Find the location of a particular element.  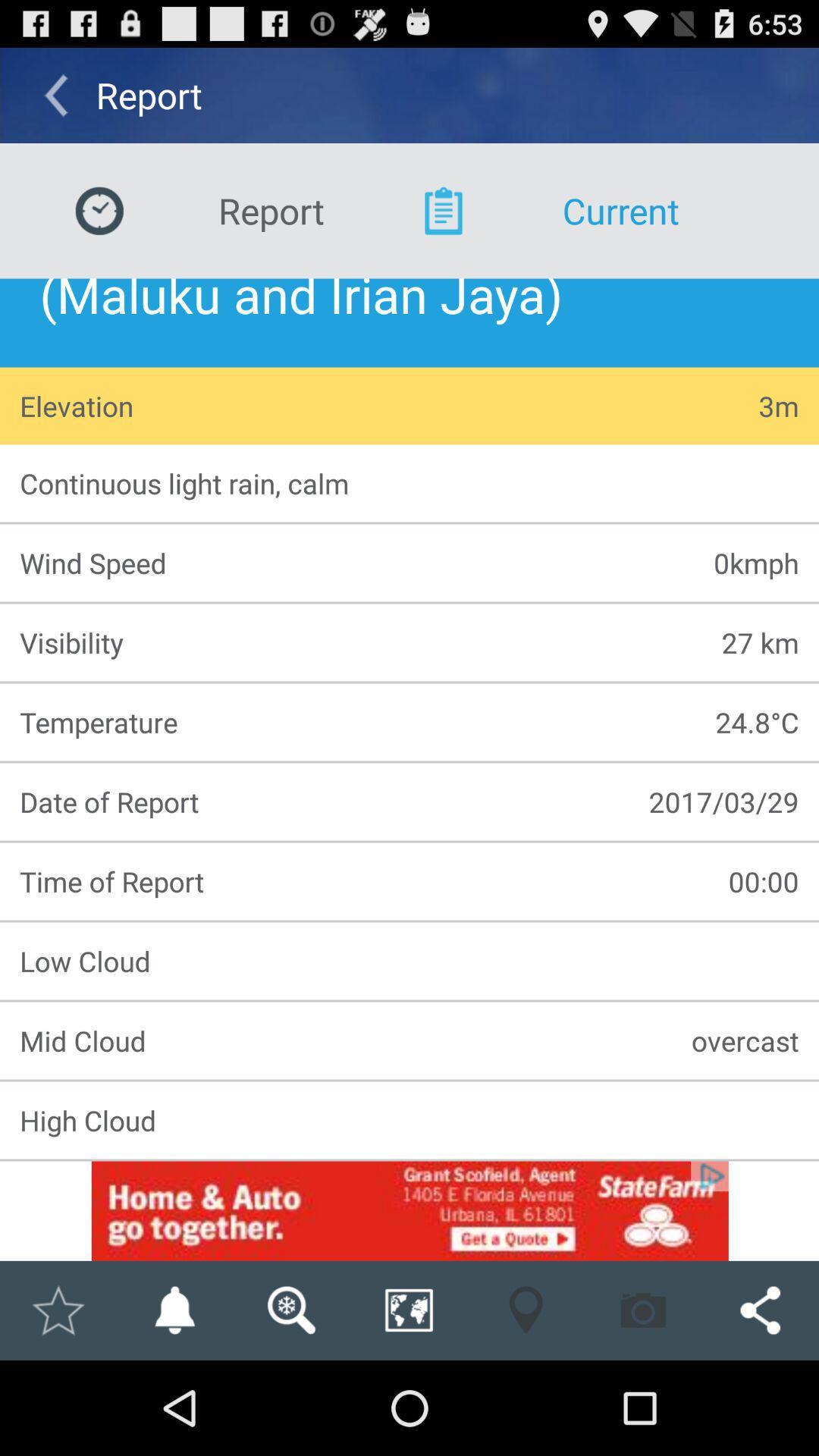

search option is located at coordinates (291, 1310).